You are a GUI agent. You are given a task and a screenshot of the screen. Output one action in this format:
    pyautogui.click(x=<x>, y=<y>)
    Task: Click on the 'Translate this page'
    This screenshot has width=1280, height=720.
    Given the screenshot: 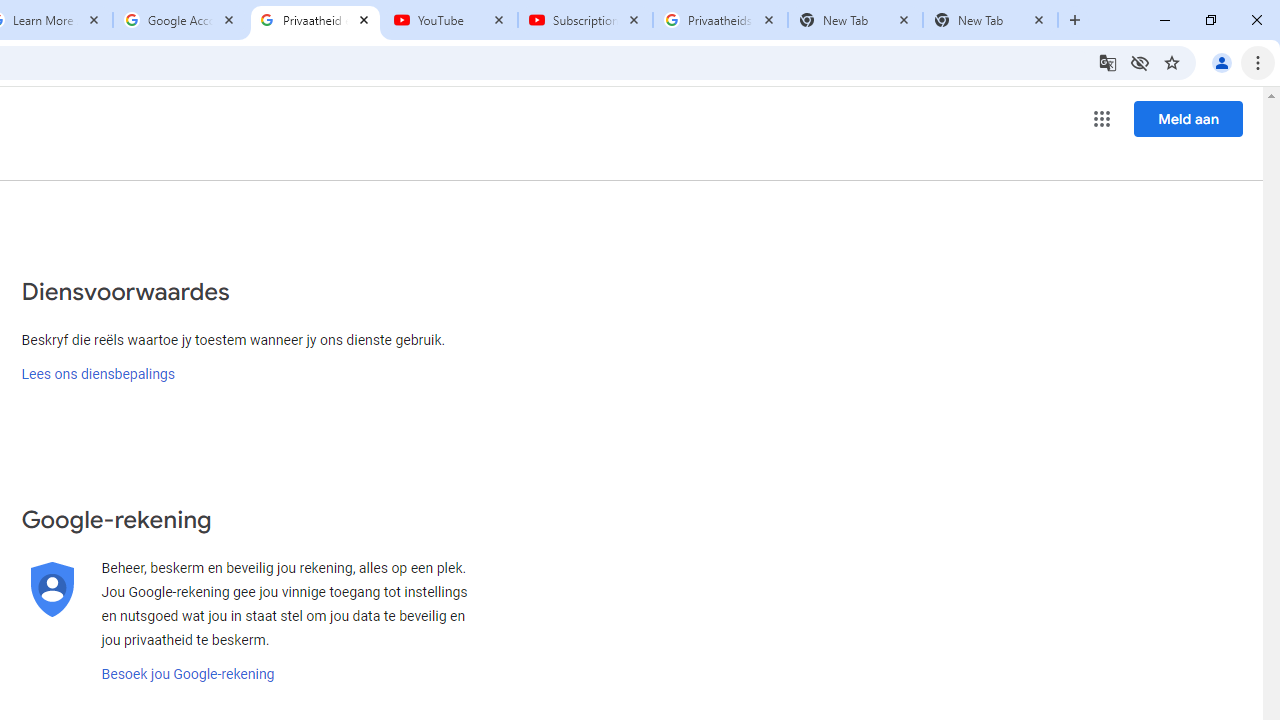 What is the action you would take?
    pyautogui.click(x=1106, y=61)
    